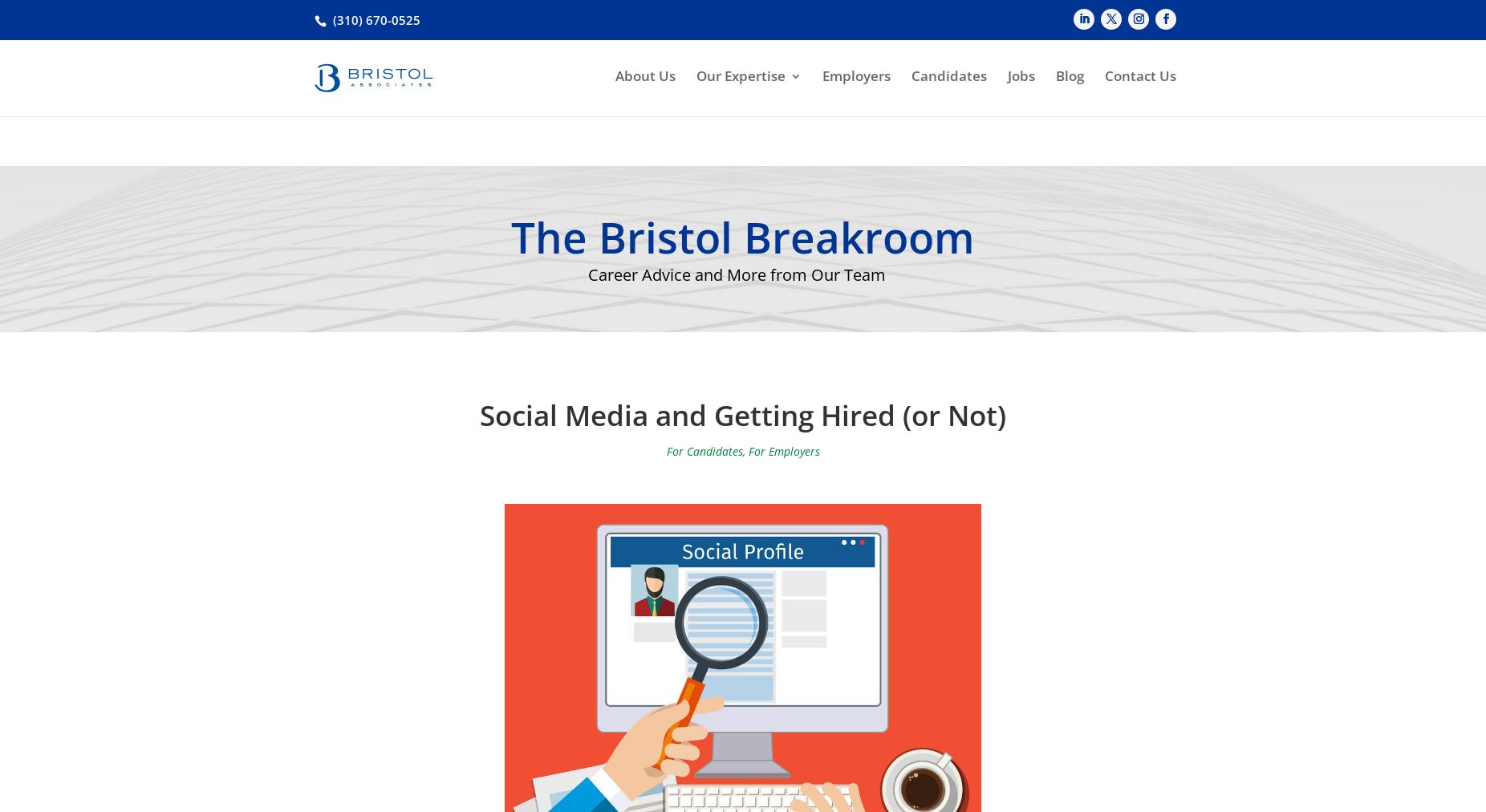  Describe the element at coordinates (713, 315) in the screenshot. I see `'Travel, Tourism, and Attraction'` at that location.